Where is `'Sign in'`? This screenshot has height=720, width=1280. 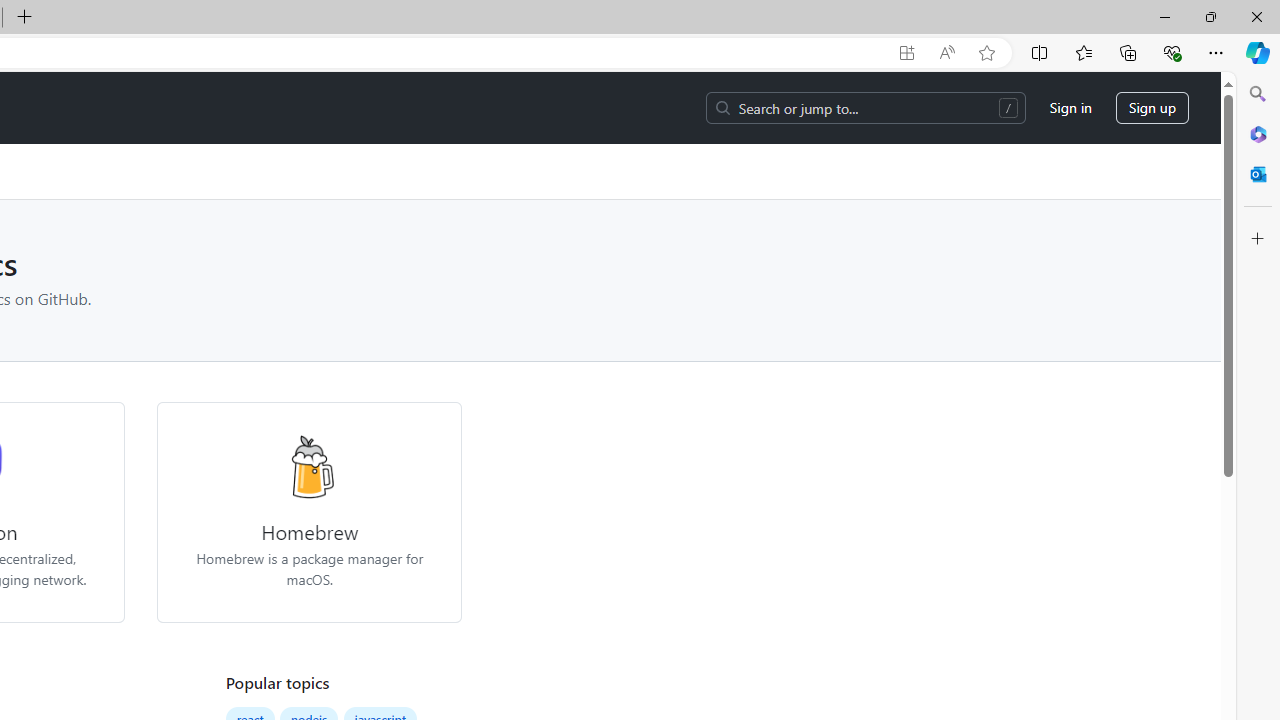 'Sign in' is located at coordinates (1069, 108).